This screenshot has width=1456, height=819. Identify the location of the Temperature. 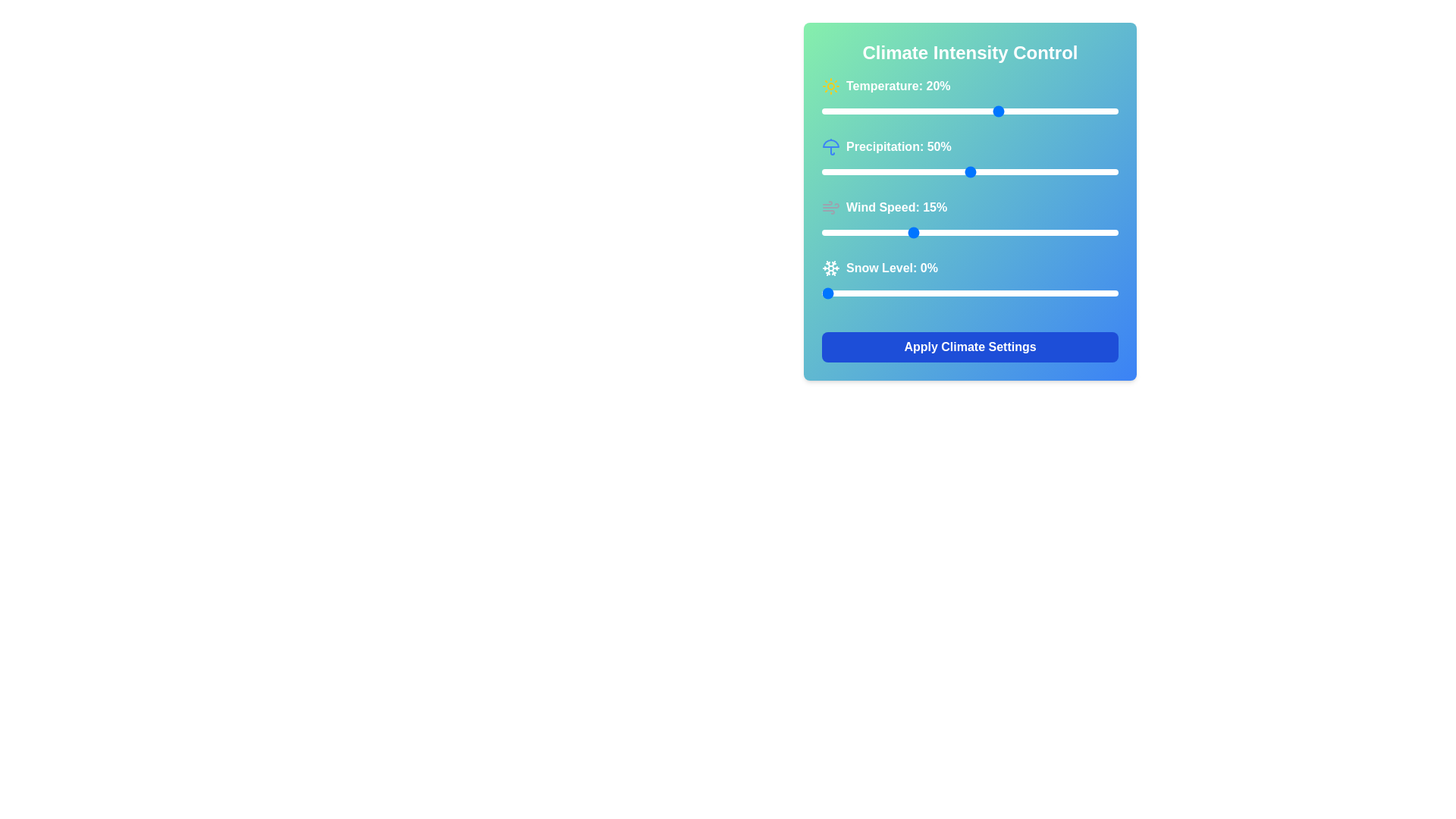
(1018, 110).